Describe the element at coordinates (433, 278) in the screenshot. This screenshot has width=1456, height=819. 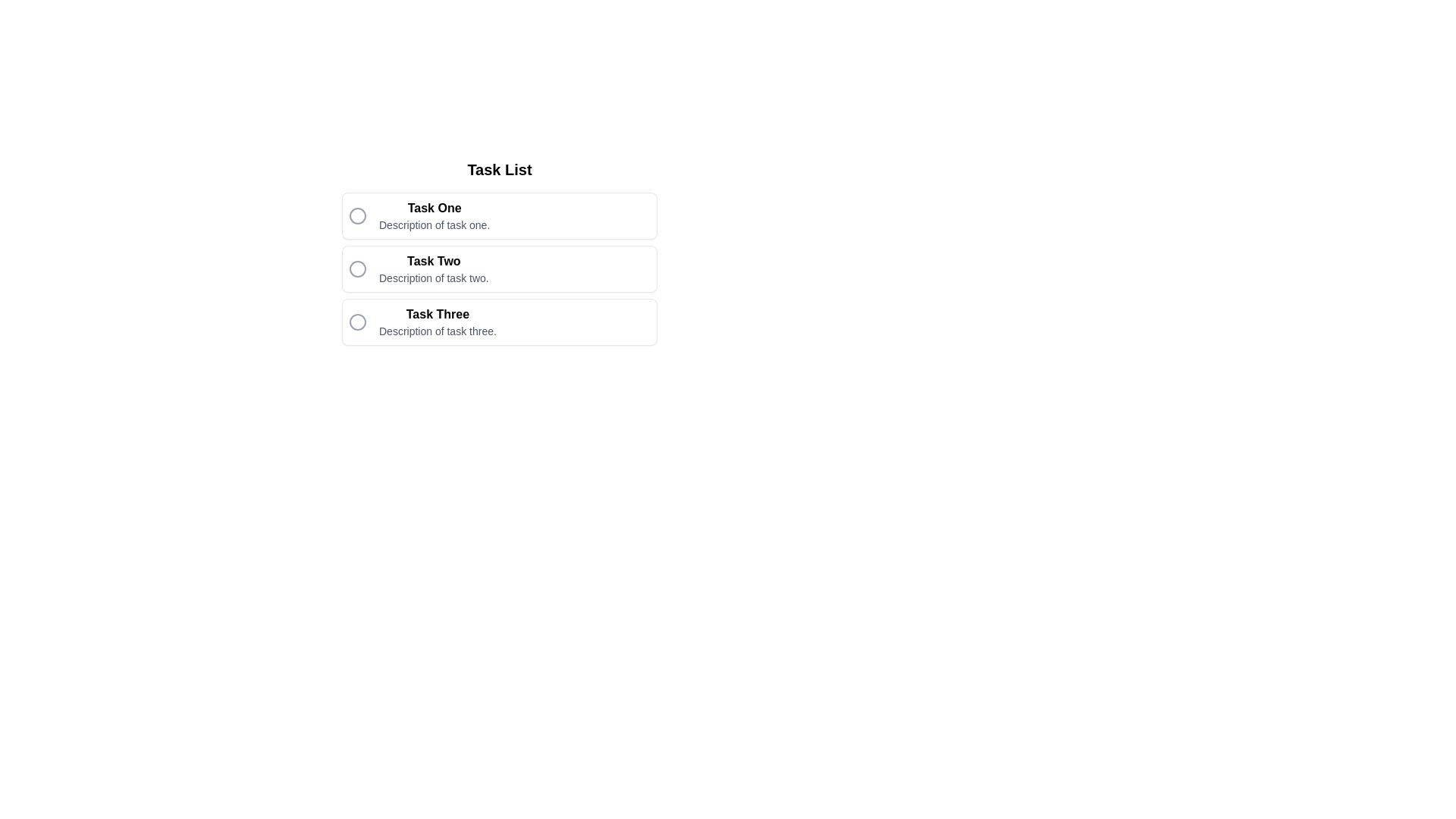
I see `descriptive text labeled 'Task Two', which is the second item in the structured list` at that location.